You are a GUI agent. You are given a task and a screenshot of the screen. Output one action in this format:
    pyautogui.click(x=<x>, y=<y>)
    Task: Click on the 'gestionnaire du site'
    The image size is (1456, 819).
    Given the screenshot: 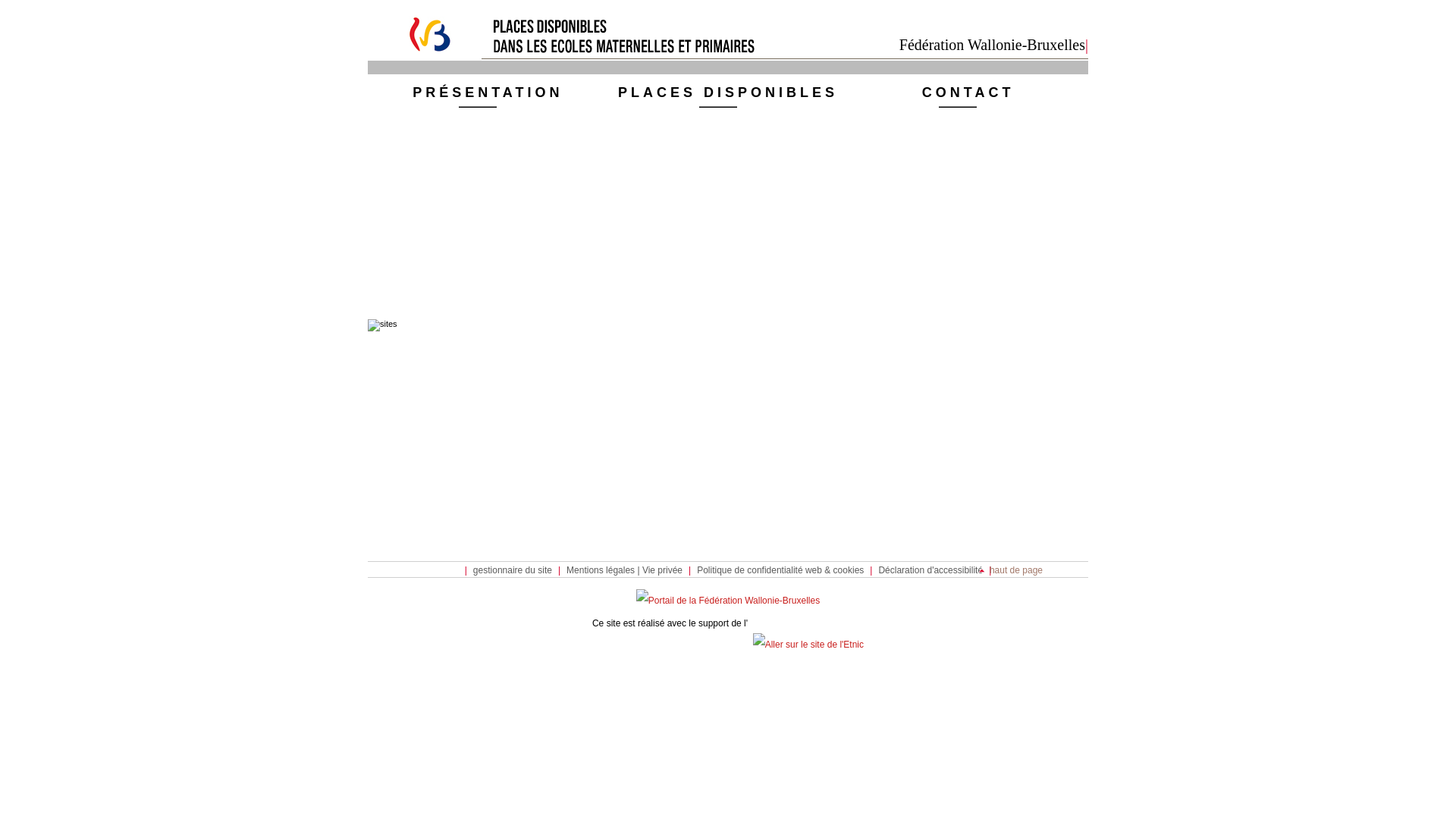 What is the action you would take?
    pyautogui.click(x=513, y=570)
    